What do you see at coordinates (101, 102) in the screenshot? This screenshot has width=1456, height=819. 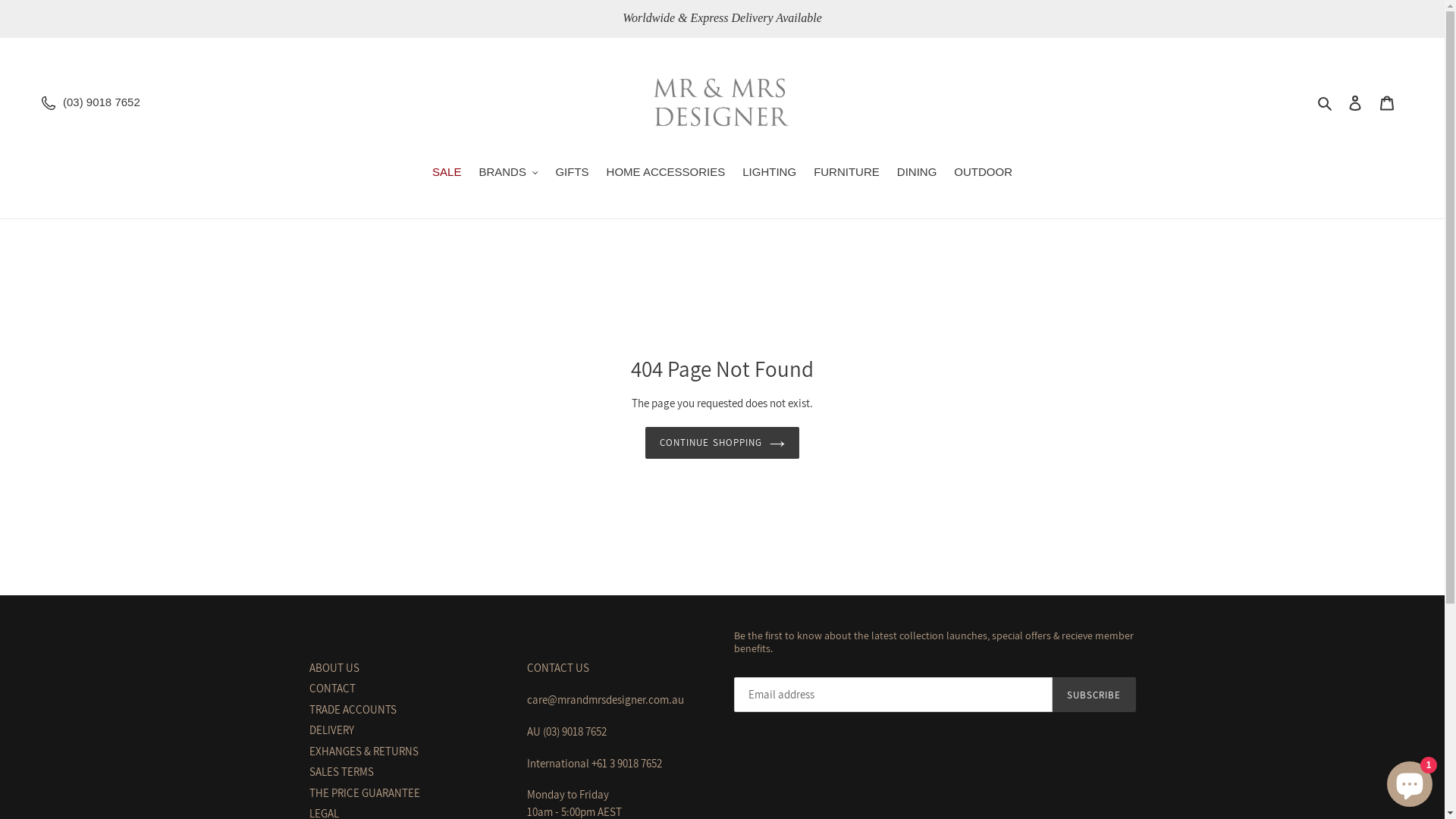 I see `'(03) 9018 7652'` at bounding box center [101, 102].